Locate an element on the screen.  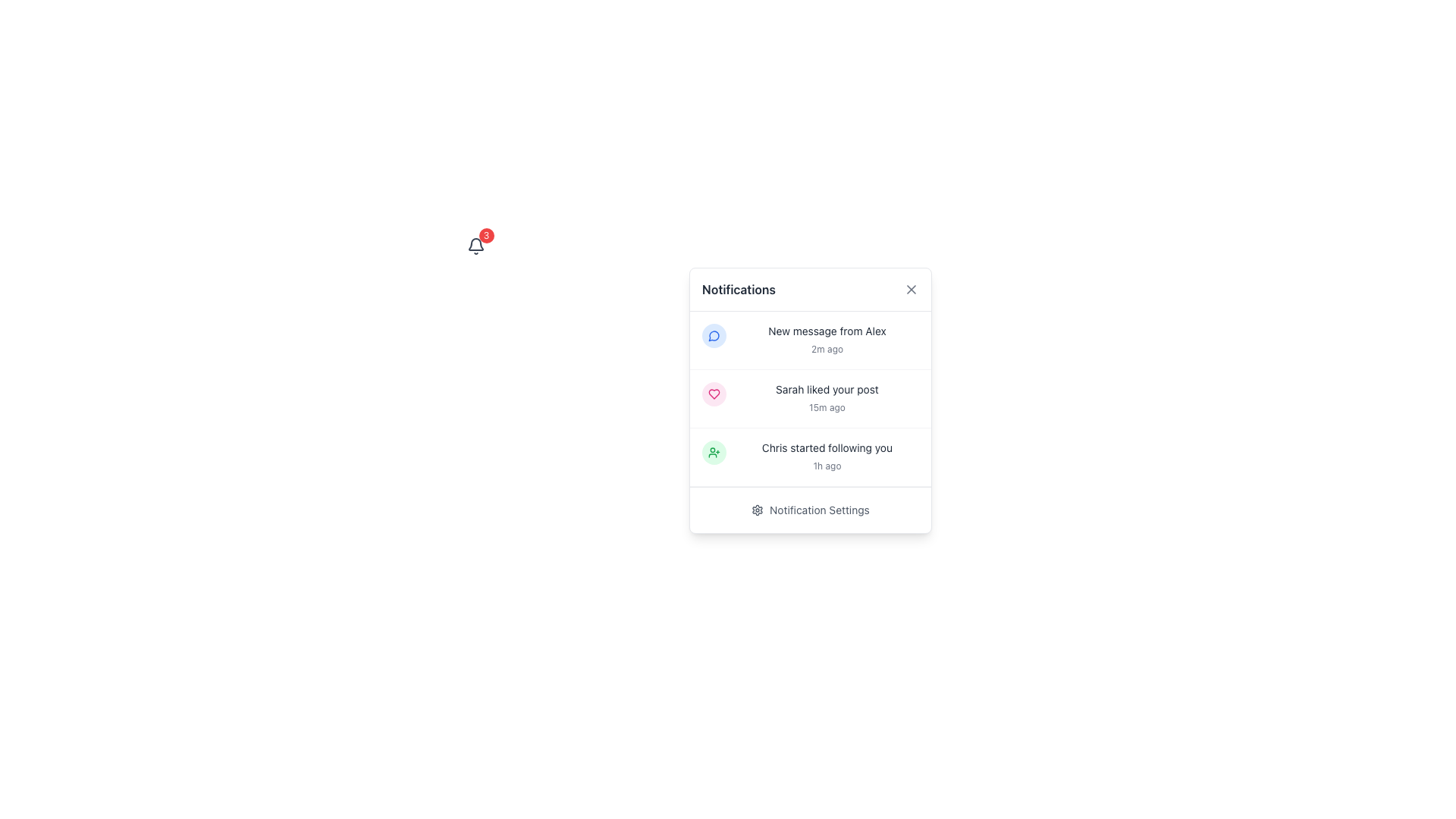
the circular chat bubble icon with a blue background located in the Notifications card, adjacent to the text 'New message from Alex, 2m ago.' is located at coordinates (713, 335).